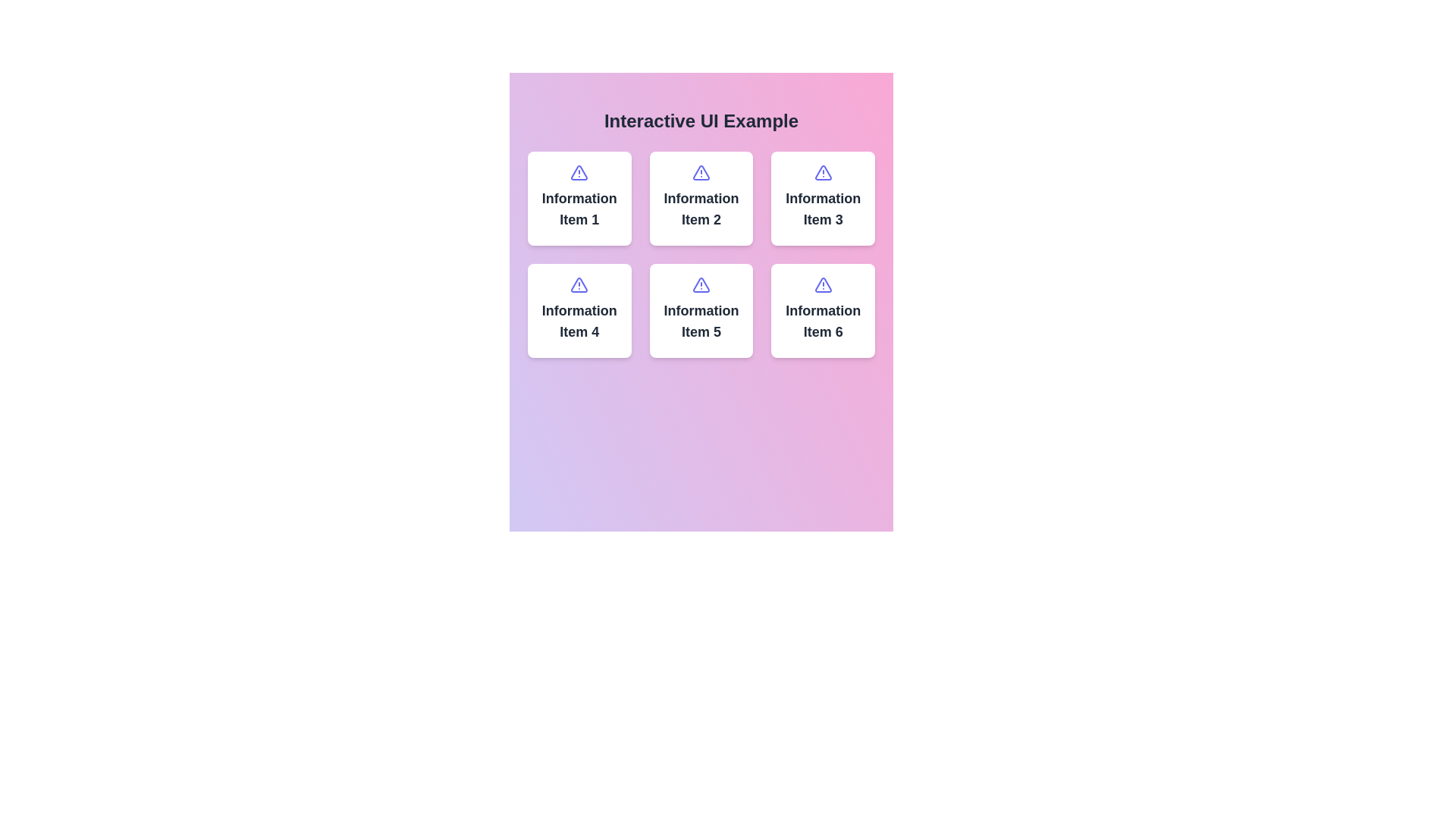 The image size is (1456, 819). What do you see at coordinates (579, 209) in the screenshot?
I see `the Text label that serves as a descriptive title for the top-left card in a 3x2 grid layout` at bounding box center [579, 209].